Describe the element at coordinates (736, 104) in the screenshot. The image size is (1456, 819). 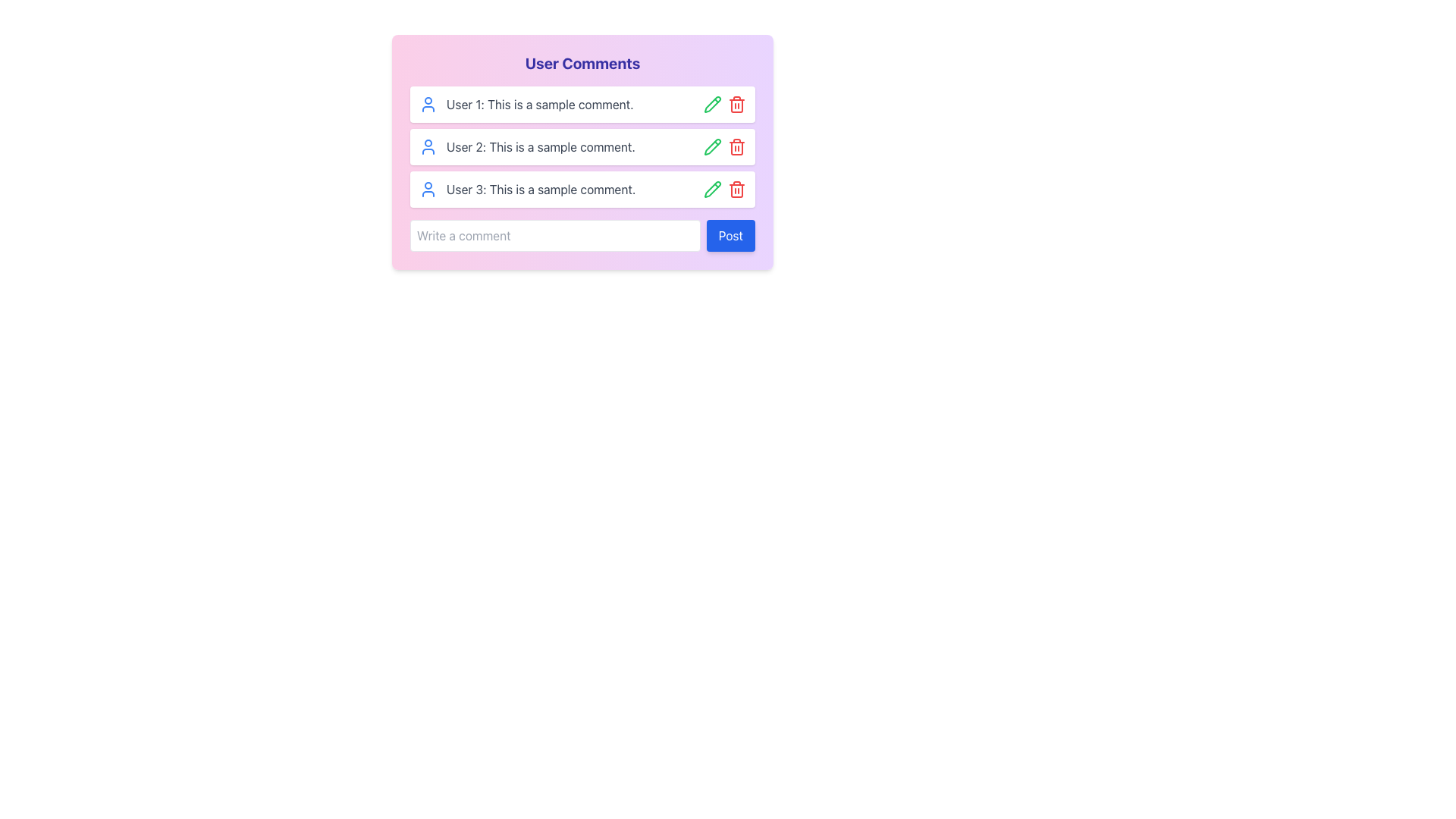
I see `the delete button located on the right side of the first row of the comments list` at that location.